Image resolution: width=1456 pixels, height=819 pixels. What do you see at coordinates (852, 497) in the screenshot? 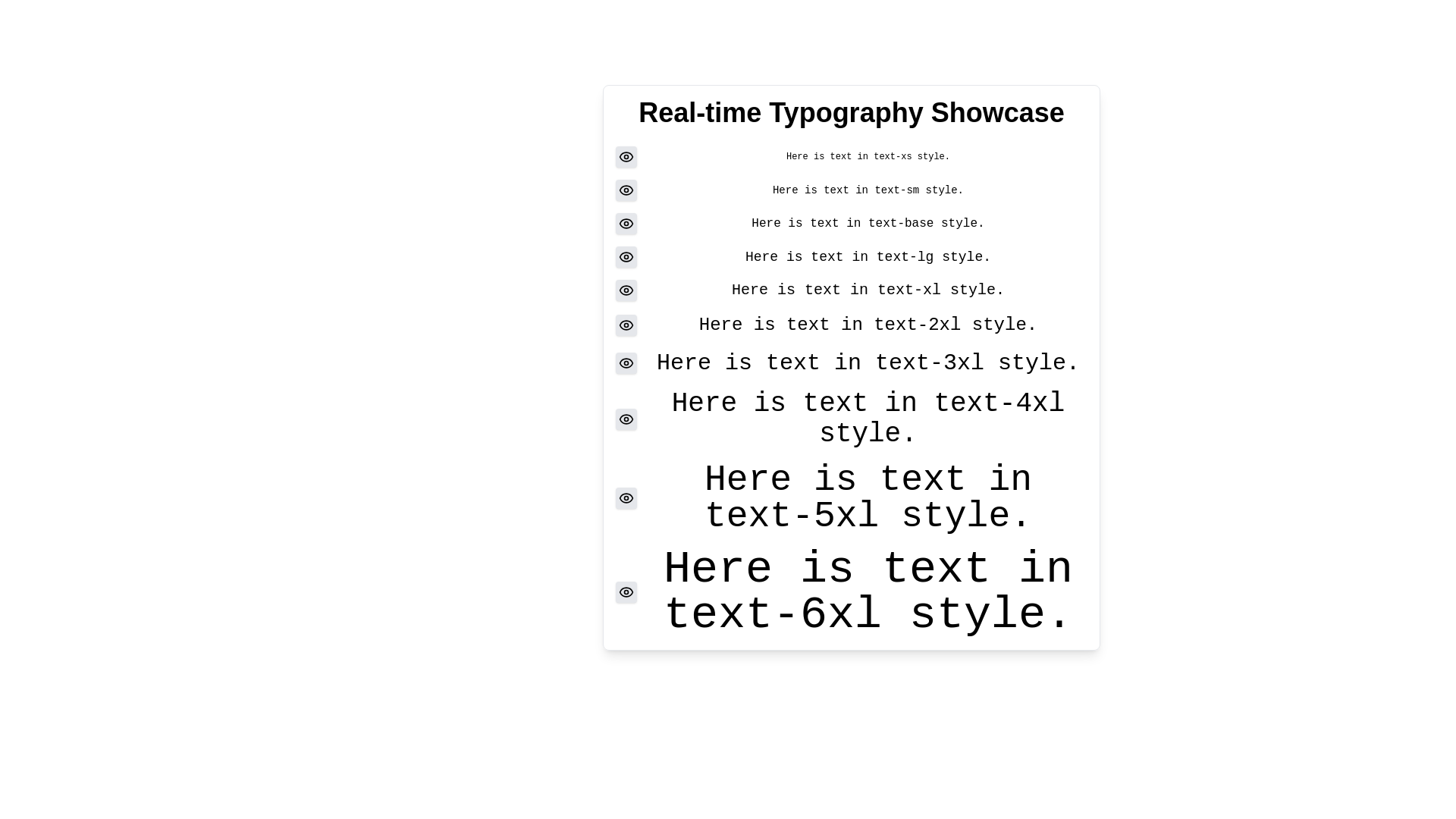
I see `text content displayed in the text label styled with 'text-5xl' located in the lower portion of the vertical stack, specifically the second-to-last entry before the 'text-6xl' entry` at bounding box center [852, 497].